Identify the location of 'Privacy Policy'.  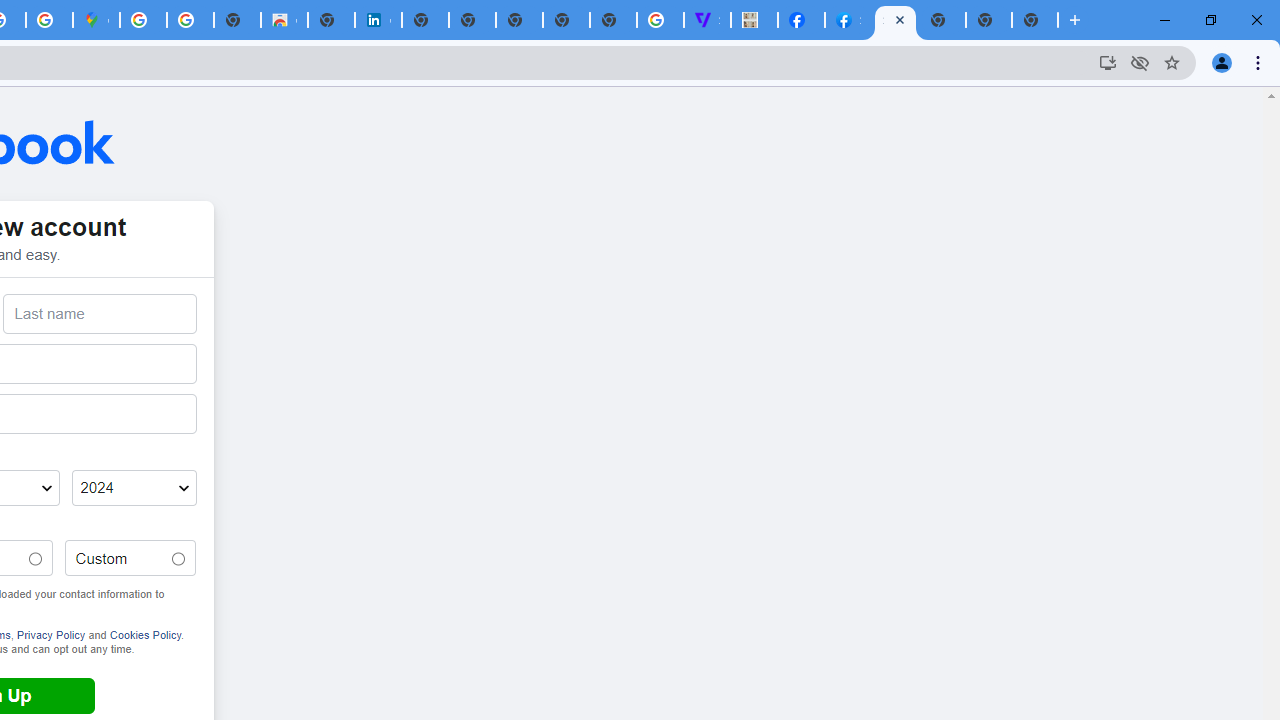
(50, 634).